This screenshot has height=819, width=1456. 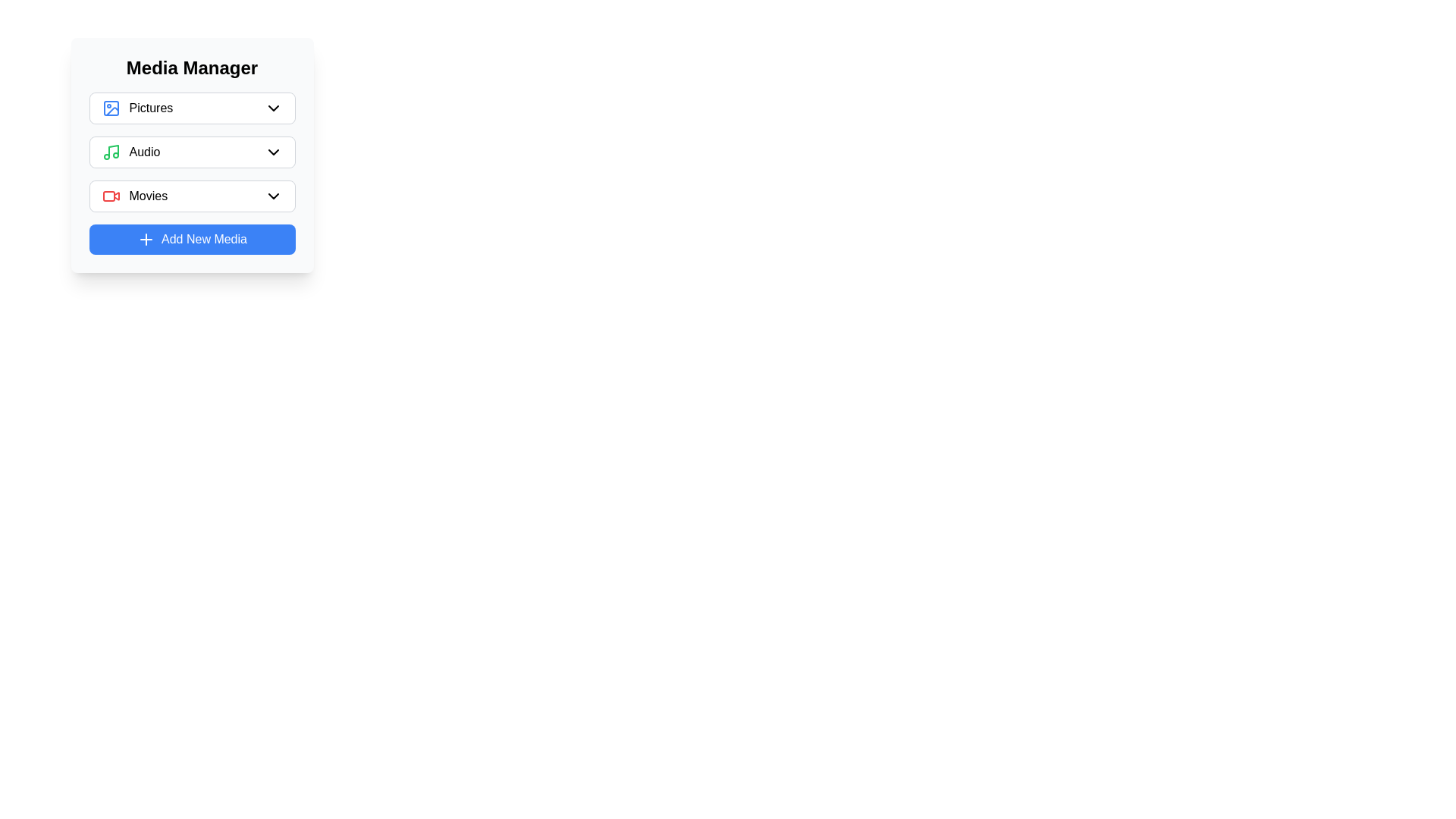 What do you see at coordinates (273, 107) in the screenshot?
I see `the downward-pointing chevron button with a black outline` at bounding box center [273, 107].